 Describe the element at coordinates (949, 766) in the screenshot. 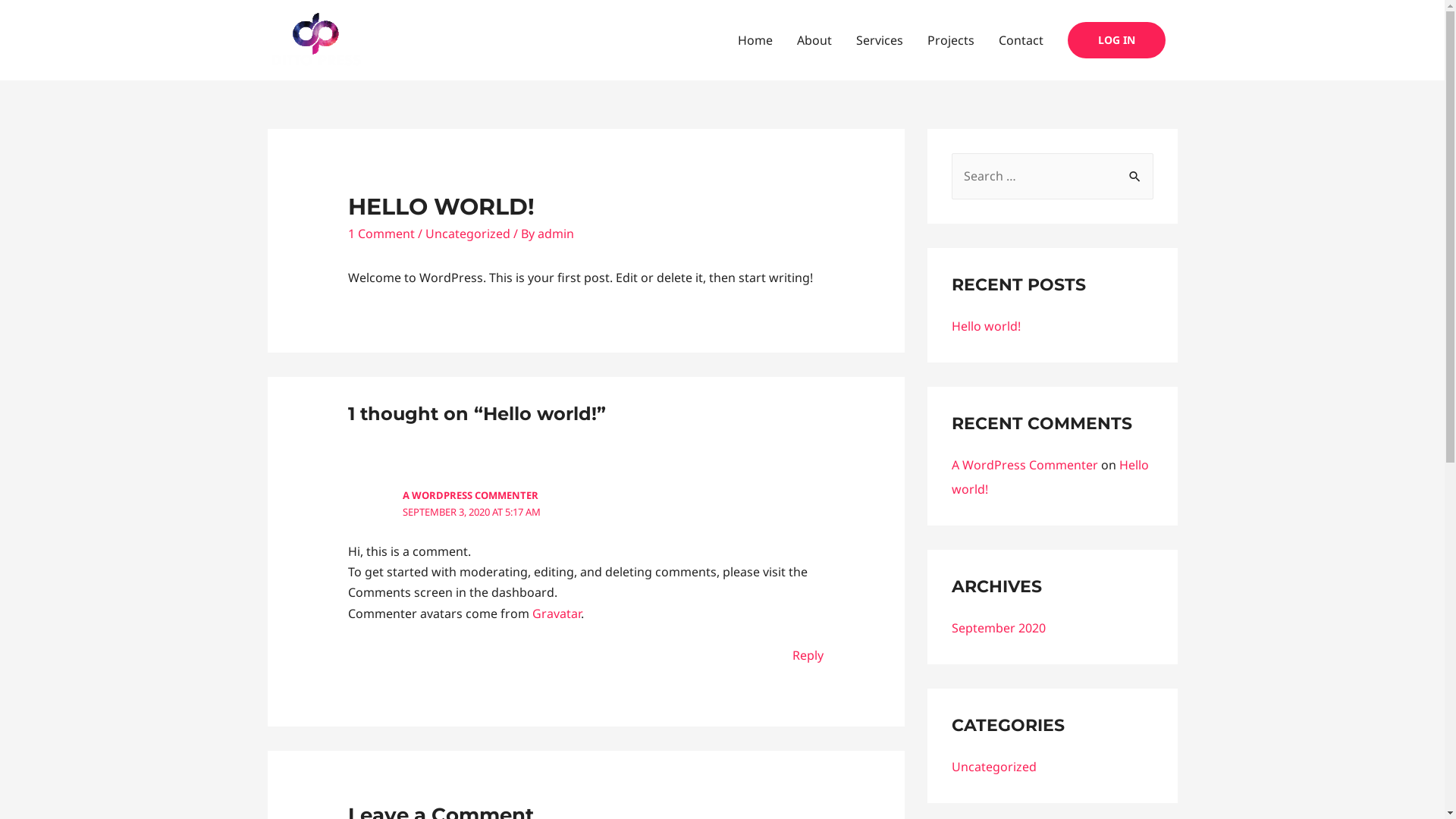

I see `'Uncategorized'` at that location.